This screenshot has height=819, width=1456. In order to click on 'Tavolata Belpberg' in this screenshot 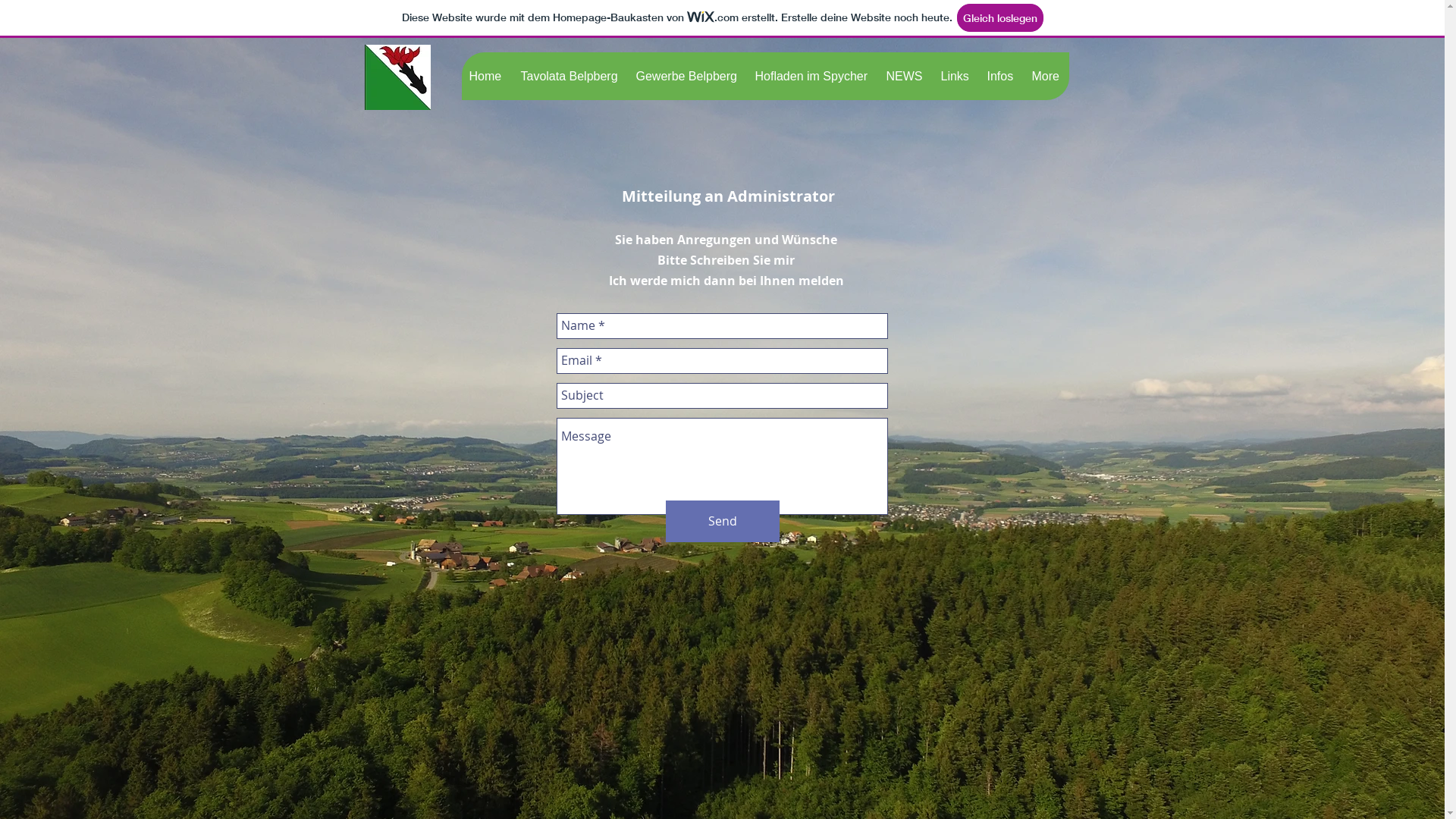, I will do `click(570, 76)`.